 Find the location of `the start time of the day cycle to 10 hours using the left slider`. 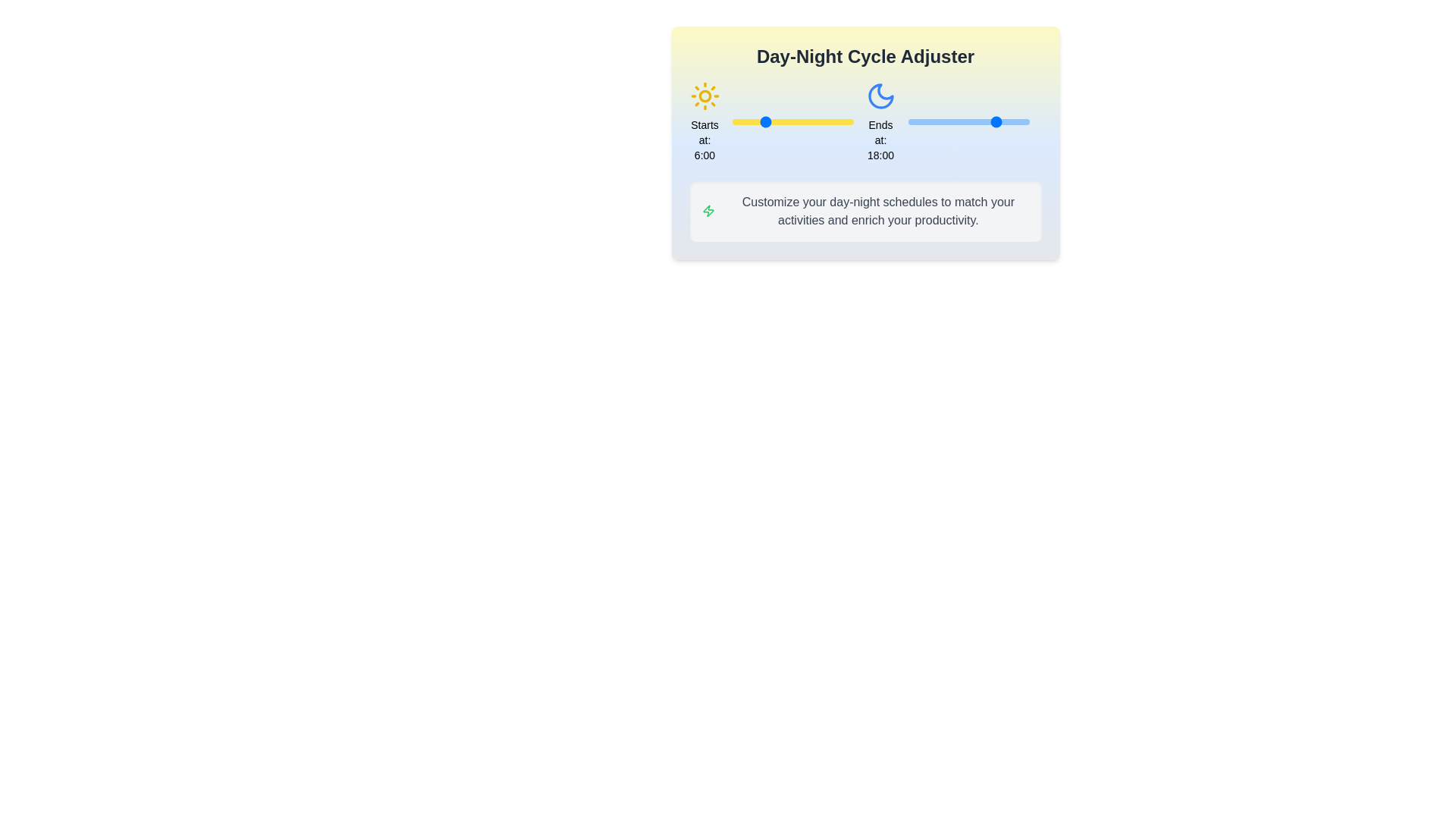

the start time of the day cycle to 10 hours using the left slider is located at coordinates (783, 121).